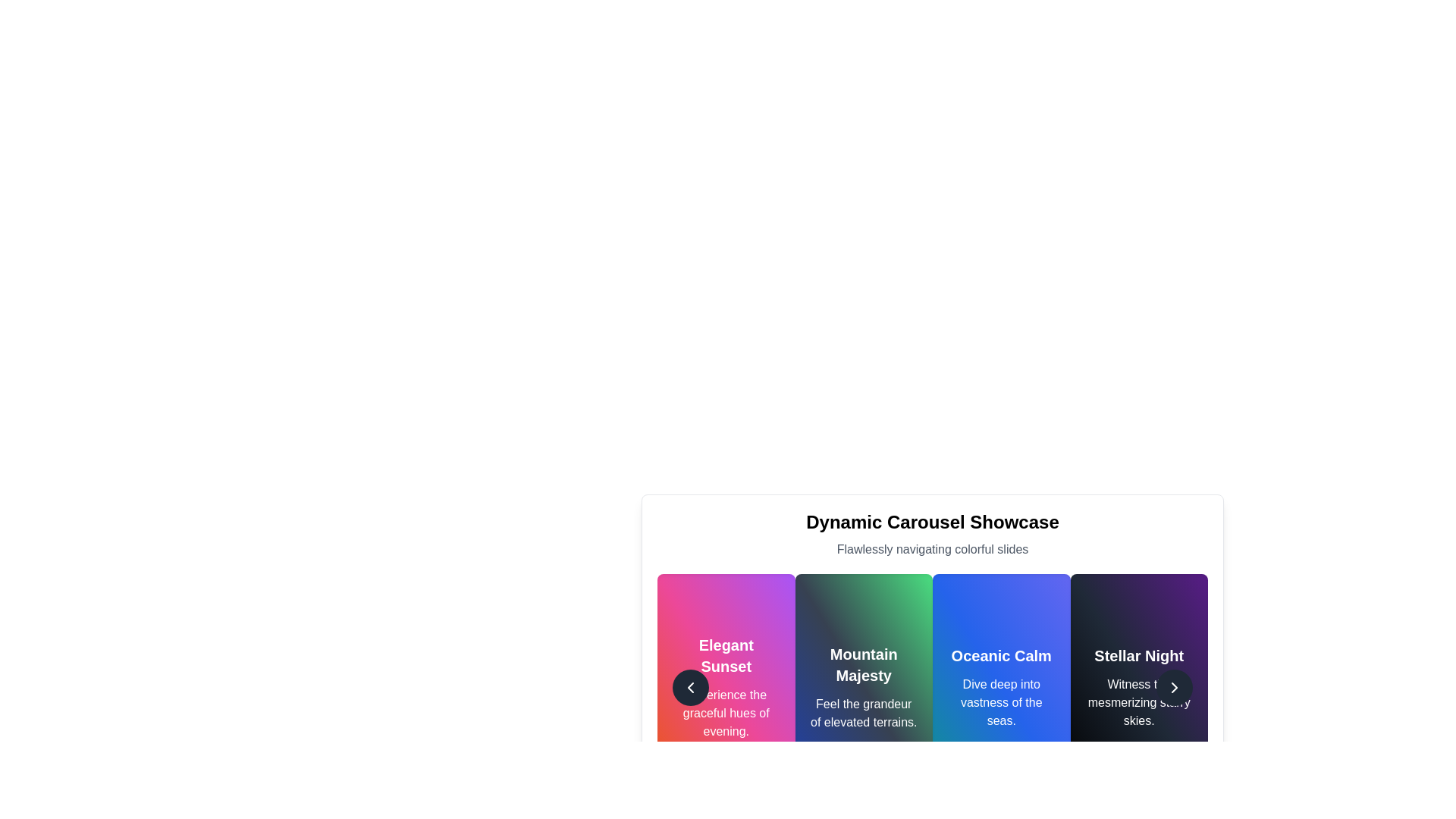 This screenshot has height=819, width=1456. Describe the element at coordinates (864, 664) in the screenshot. I see `the title text 'Mountain Majesty' which is styled with a large, bold font and located at the top-center of a colorful card with a gradient background` at that location.